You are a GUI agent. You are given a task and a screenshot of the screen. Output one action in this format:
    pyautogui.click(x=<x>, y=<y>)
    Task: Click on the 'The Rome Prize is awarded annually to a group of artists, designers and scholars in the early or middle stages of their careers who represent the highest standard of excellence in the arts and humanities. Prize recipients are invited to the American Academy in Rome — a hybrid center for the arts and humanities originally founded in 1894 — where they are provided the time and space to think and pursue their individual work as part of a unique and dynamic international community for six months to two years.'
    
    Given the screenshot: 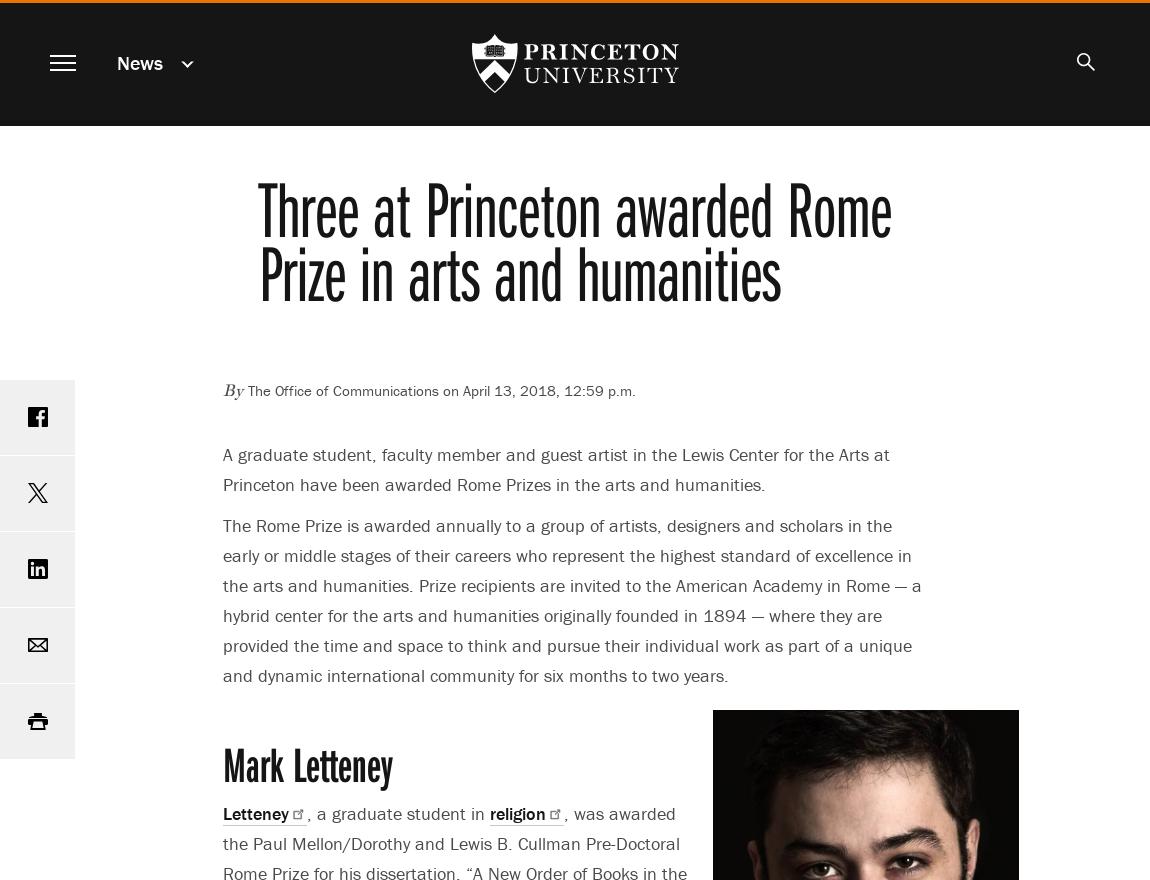 What is the action you would take?
    pyautogui.click(x=572, y=599)
    